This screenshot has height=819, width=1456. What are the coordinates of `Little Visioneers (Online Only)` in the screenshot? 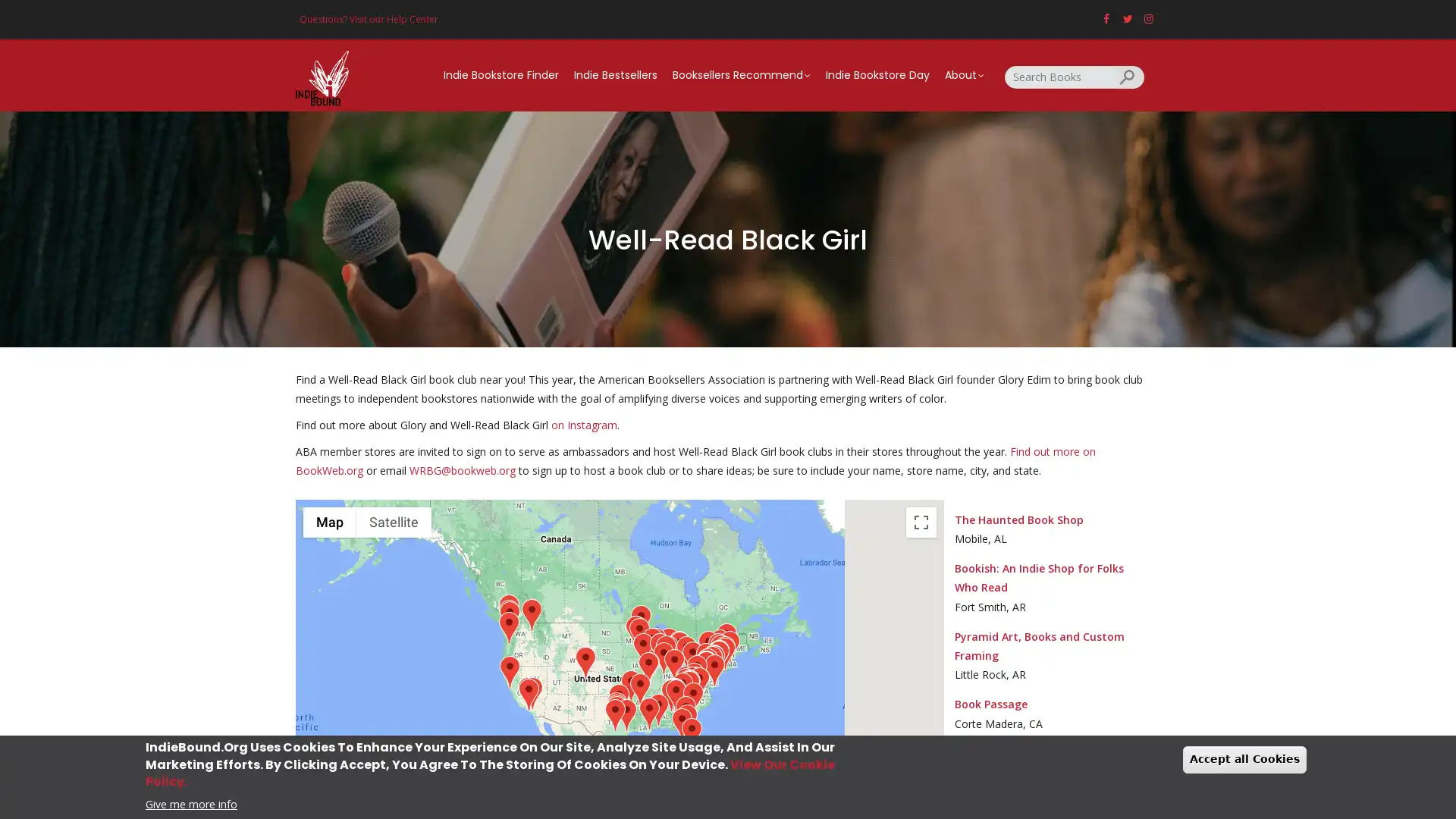 It's located at (527, 692).